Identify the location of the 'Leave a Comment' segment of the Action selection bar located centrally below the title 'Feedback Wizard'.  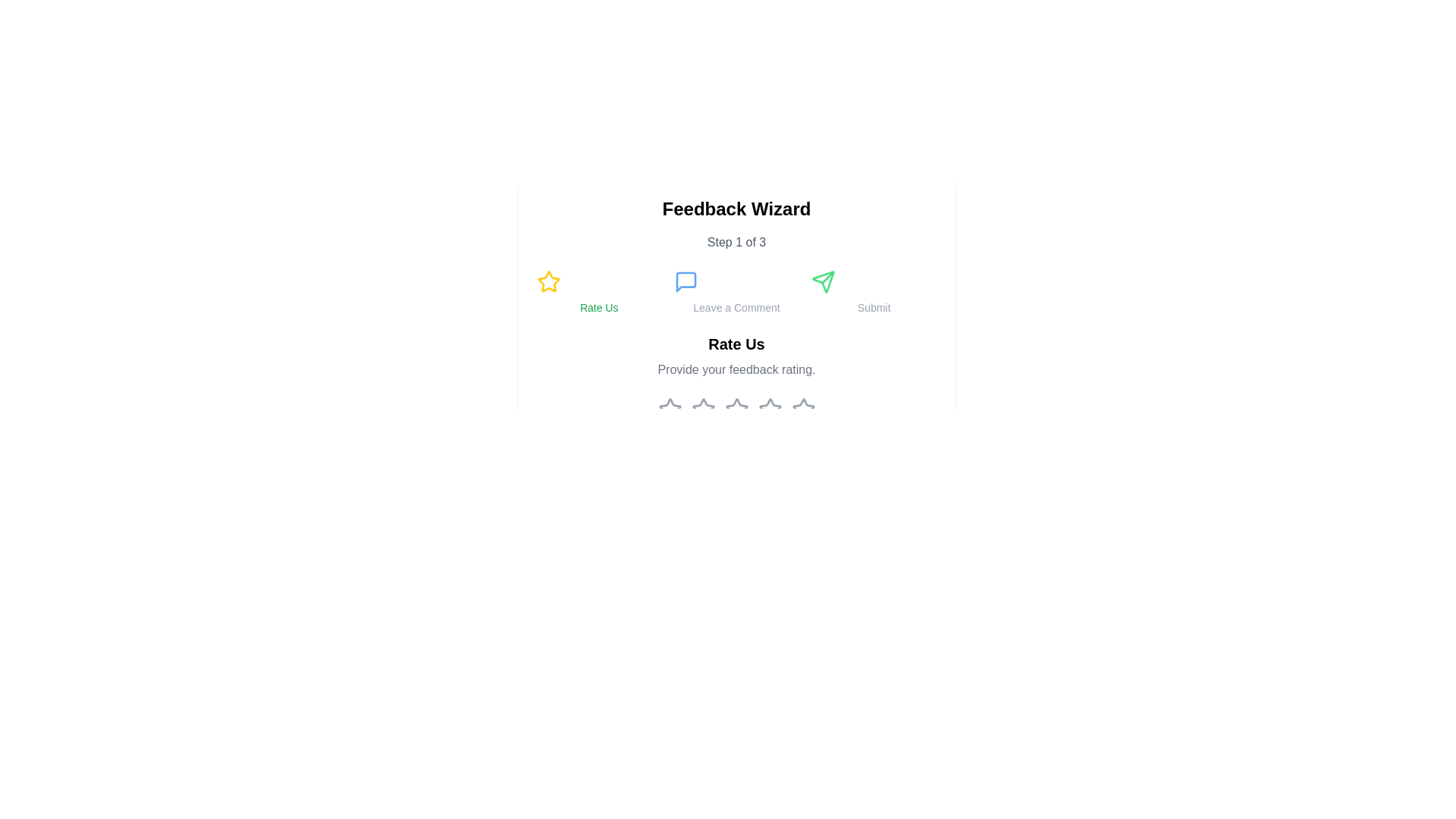
(736, 292).